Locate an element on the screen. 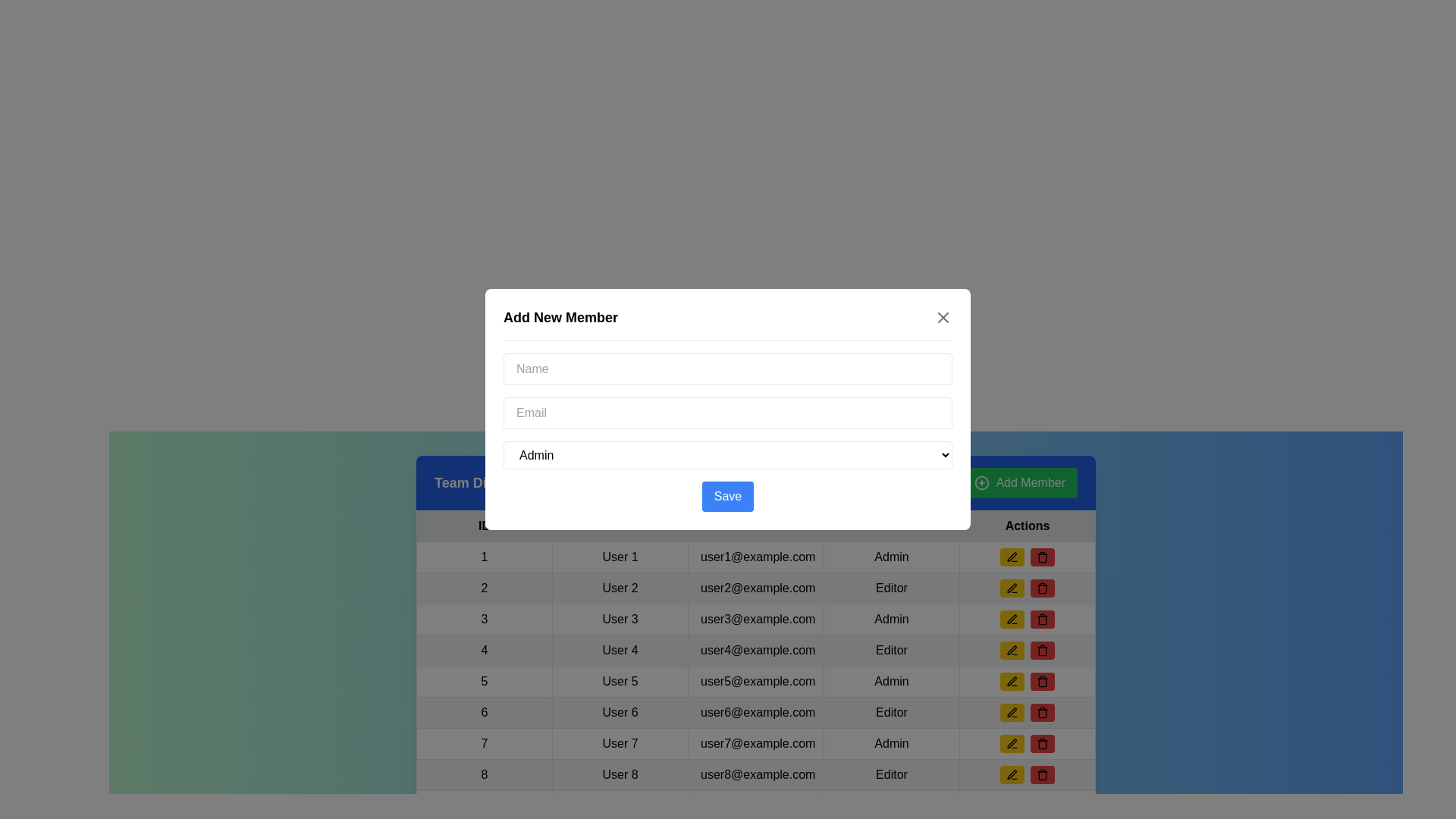 Image resolution: width=1456 pixels, height=819 pixels. the numeral '8' in the first cell of the eighth row of the table, which is styled as text in black against a white background is located at coordinates (483, 775).